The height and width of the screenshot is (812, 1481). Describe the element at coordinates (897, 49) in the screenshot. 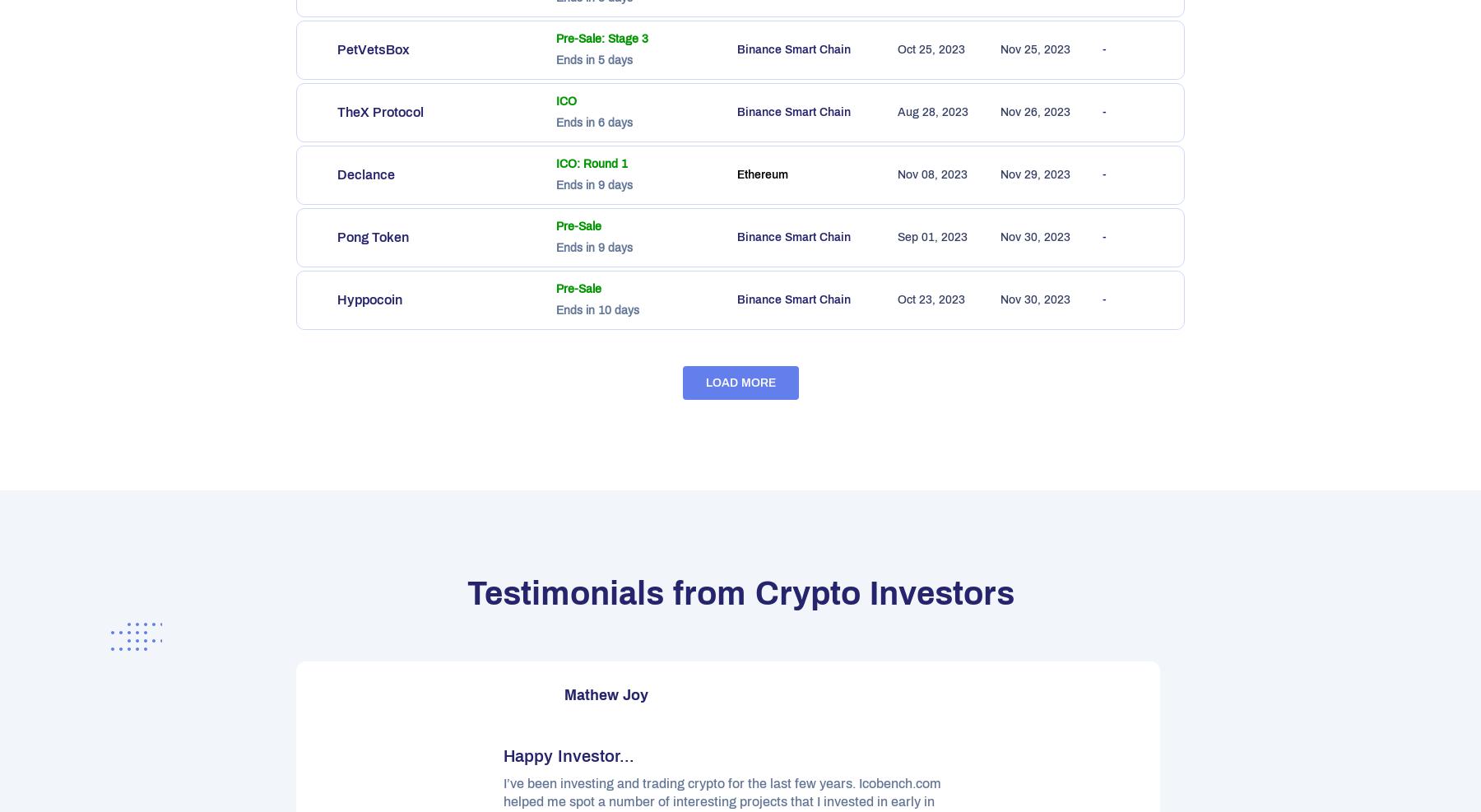

I see `'Oct 25, 2023'` at that location.